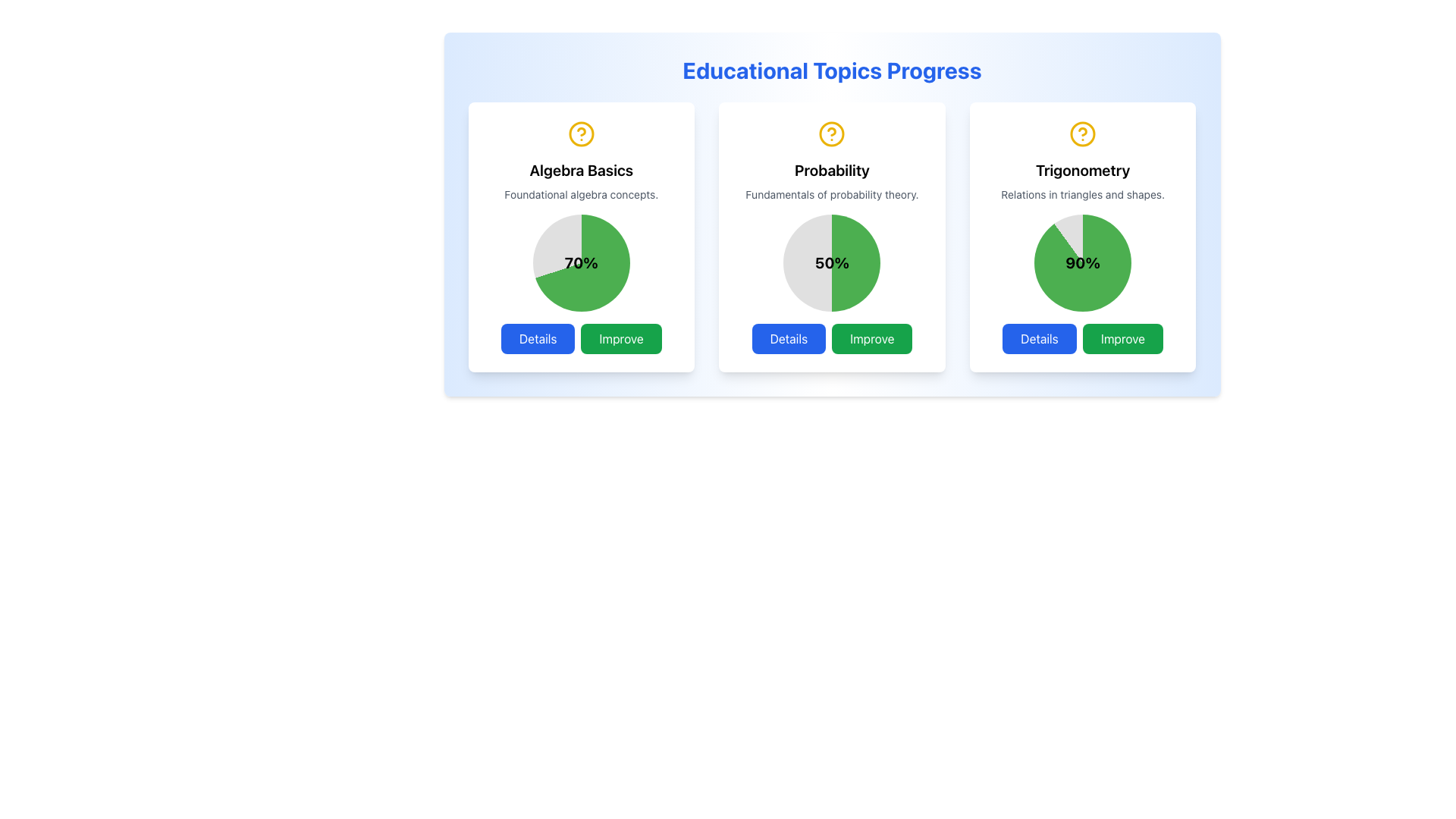 This screenshot has height=819, width=1456. Describe the element at coordinates (831, 170) in the screenshot. I see `the 'Probability' text label, which is a bold, black font label located at the top of a card component, below a yellow help icon` at that location.